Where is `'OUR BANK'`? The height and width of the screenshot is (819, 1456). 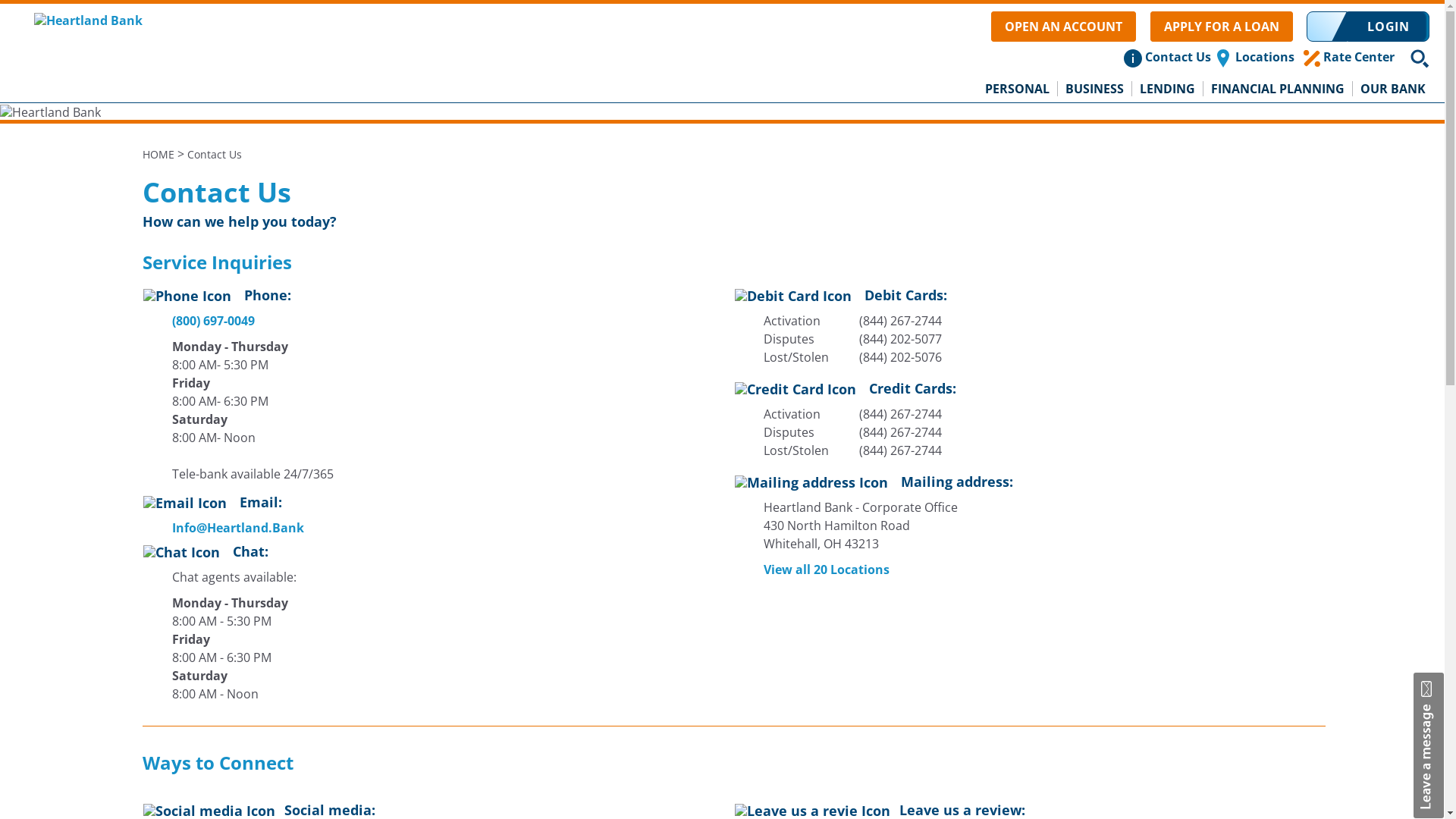 'OUR BANK' is located at coordinates (1393, 88).